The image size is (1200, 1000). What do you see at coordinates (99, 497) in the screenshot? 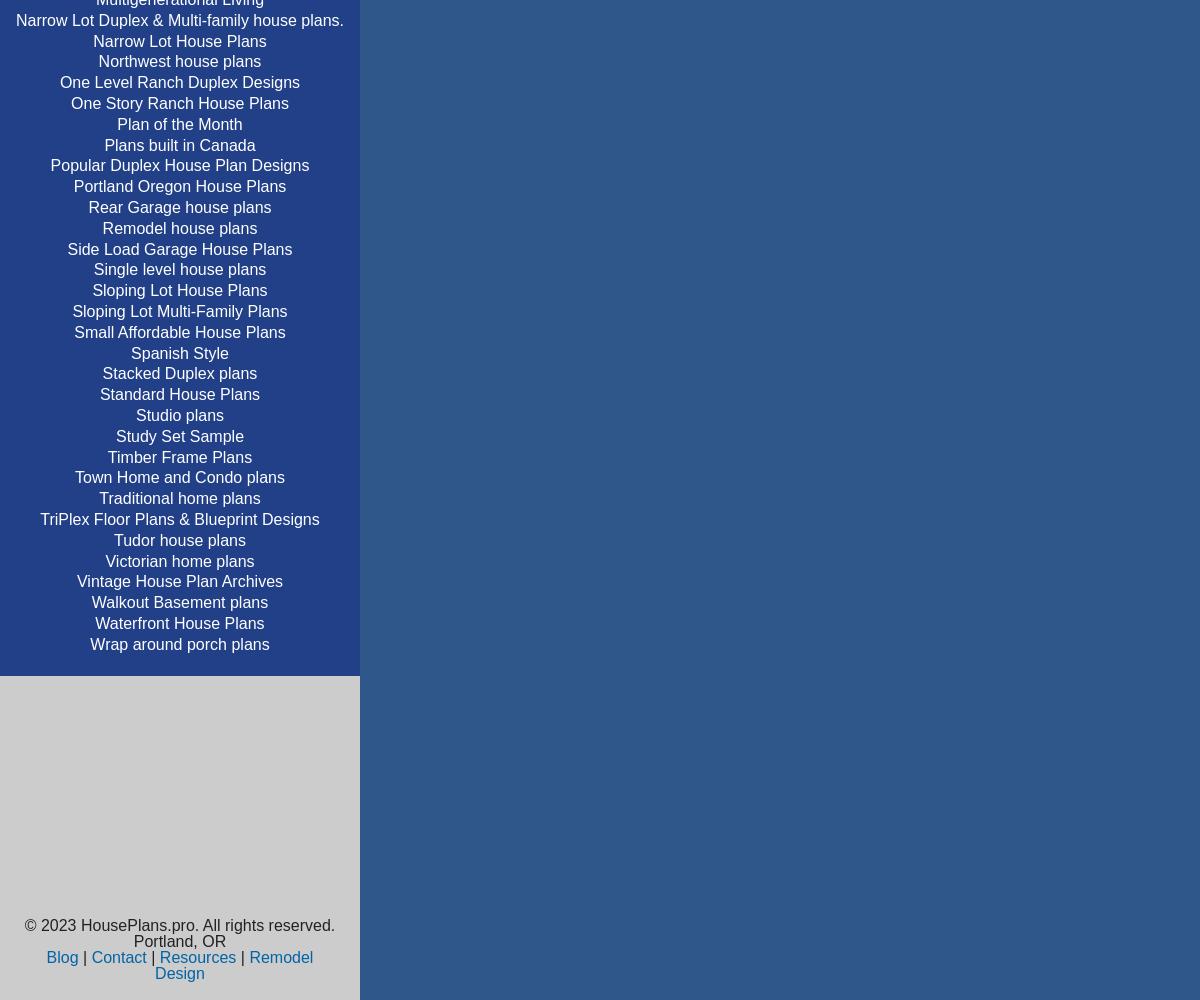
I see `'Traditional home plans'` at bounding box center [99, 497].